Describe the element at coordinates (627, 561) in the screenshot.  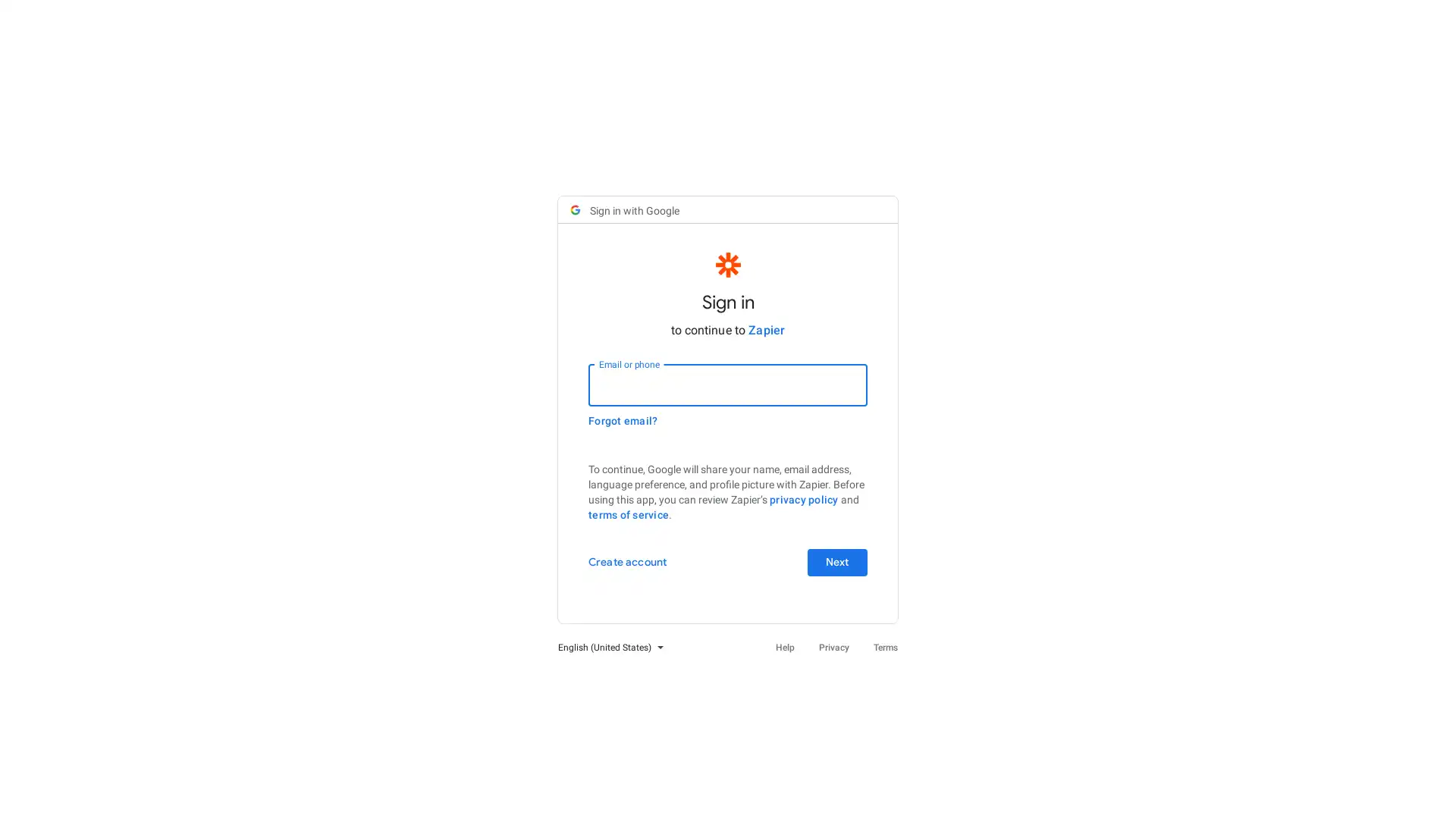
I see `Create account` at that location.